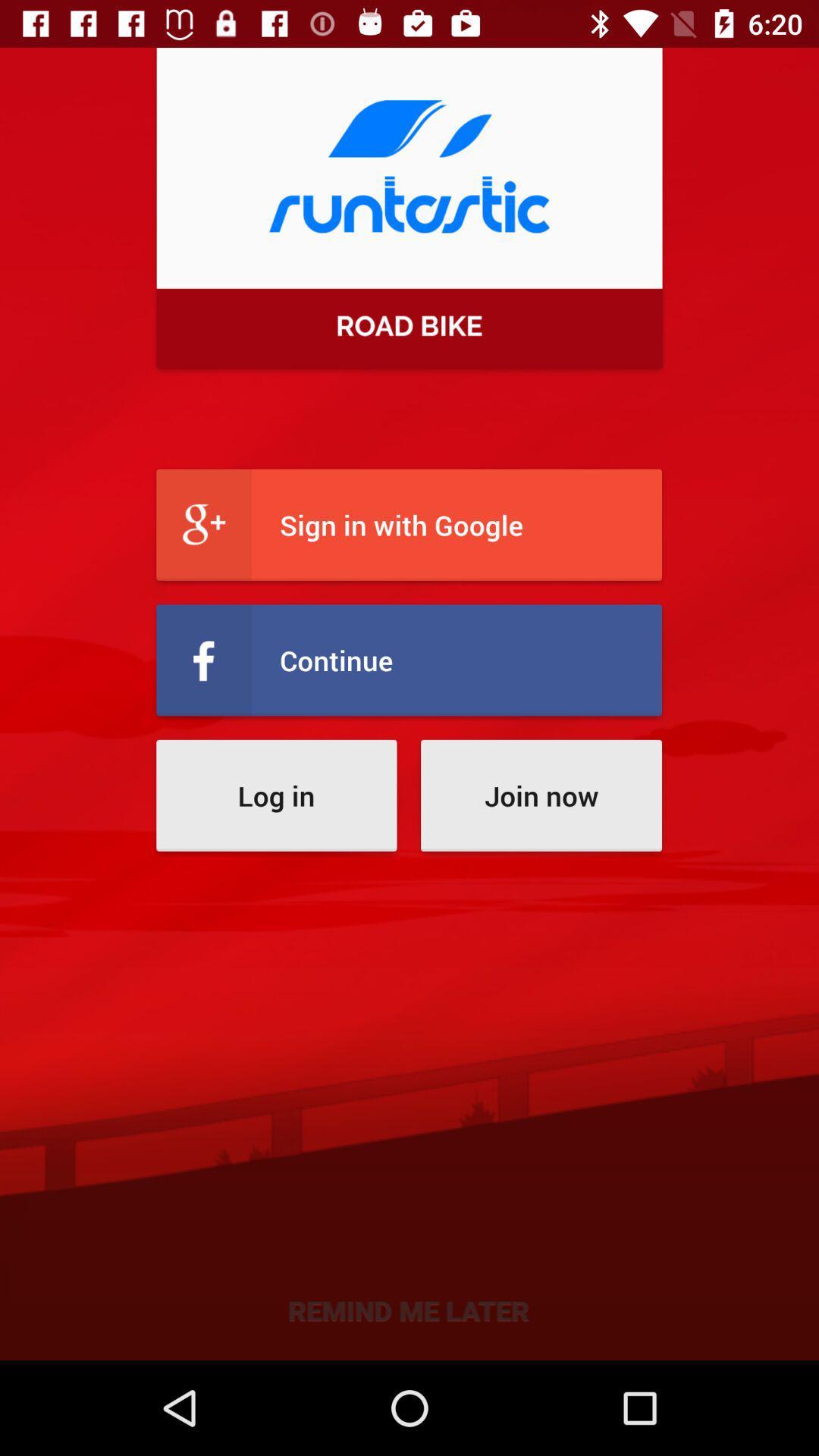  What do you see at coordinates (408, 660) in the screenshot?
I see `continue` at bounding box center [408, 660].